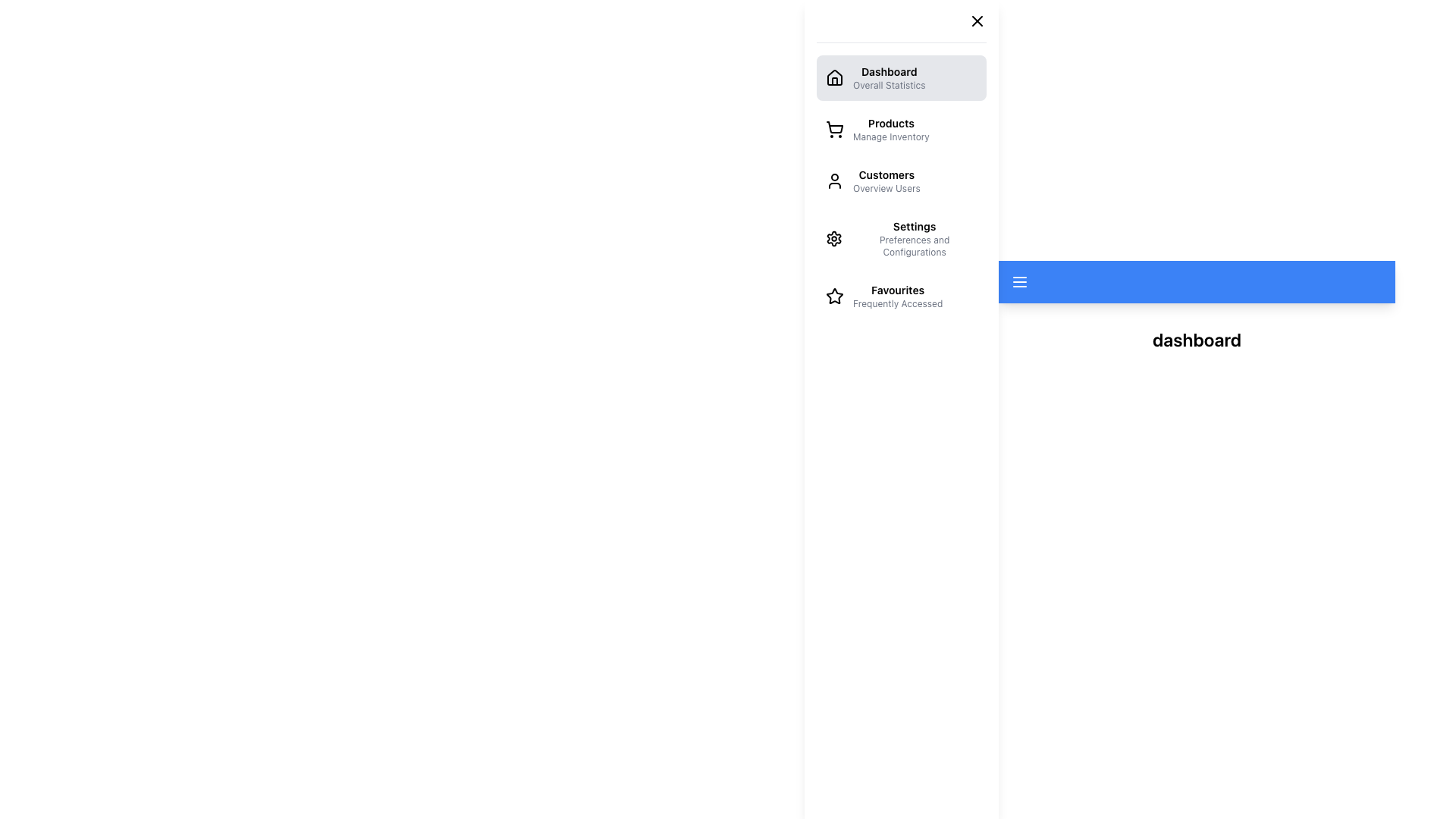 Image resolution: width=1456 pixels, height=819 pixels. Describe the element at coordinates (902, 186) in the screenshot. I see `the highlighted 'Customers' entry in the vertical navigation menu located in the left sidebar` at that location.